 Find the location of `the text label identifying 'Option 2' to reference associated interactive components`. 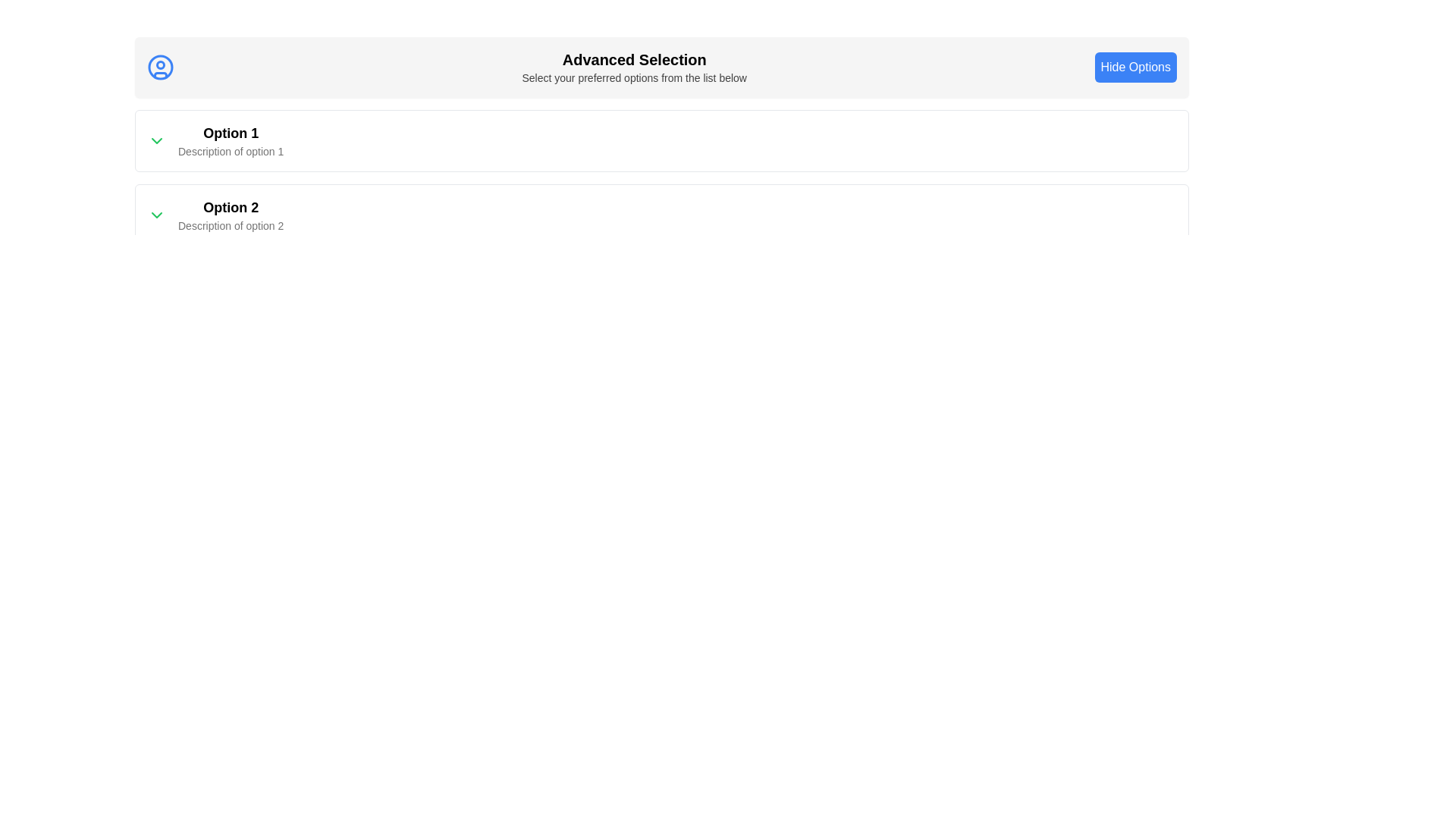

the text label identifying 'Option 2' to reference associated interactive components is located at coordinates (230, 207).